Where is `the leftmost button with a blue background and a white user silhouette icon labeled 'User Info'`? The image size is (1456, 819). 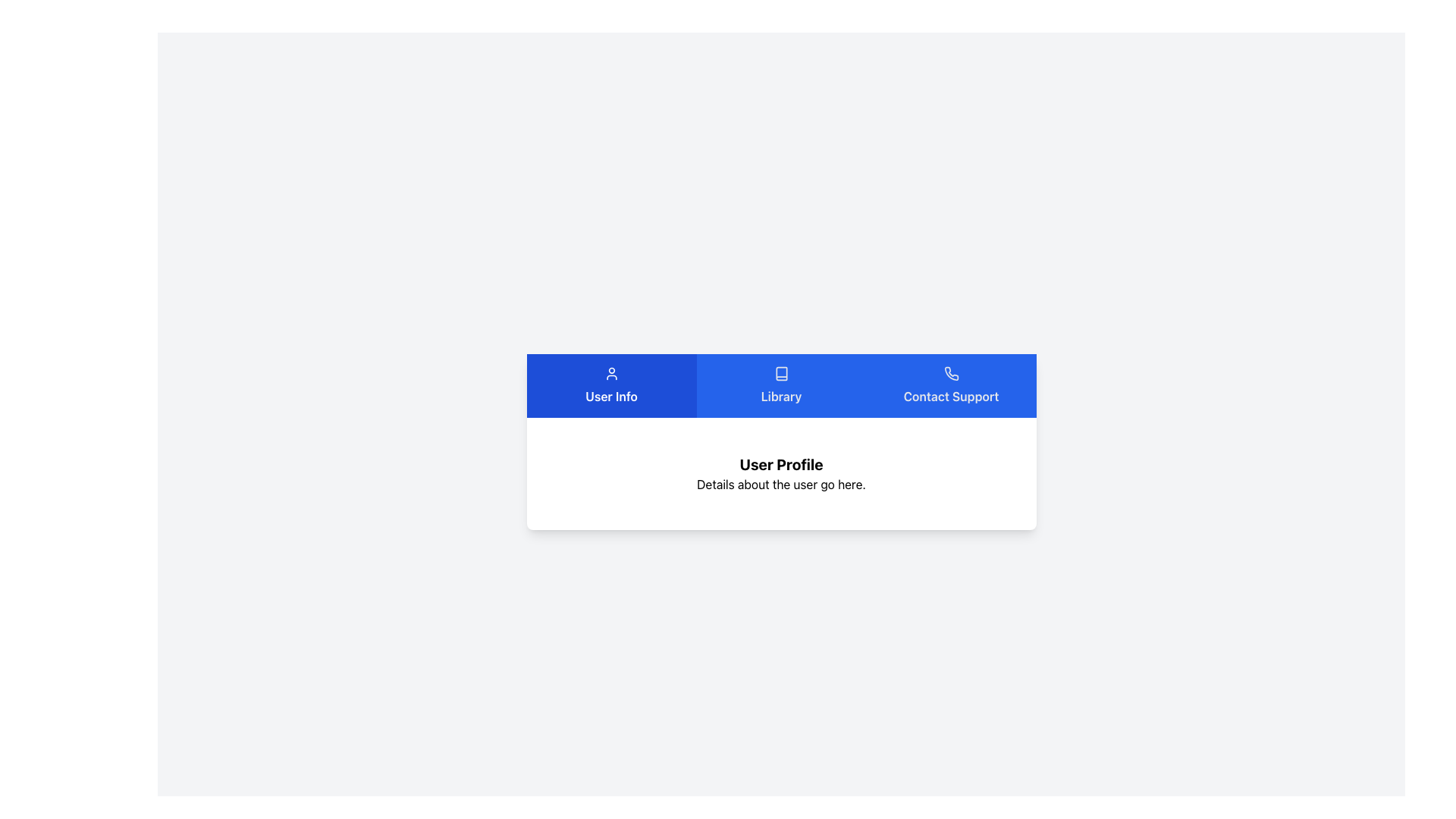
the leftmost button with a blue background and a white user silhouette icon labeled 'User Info' is located at coordinates (611, 385).